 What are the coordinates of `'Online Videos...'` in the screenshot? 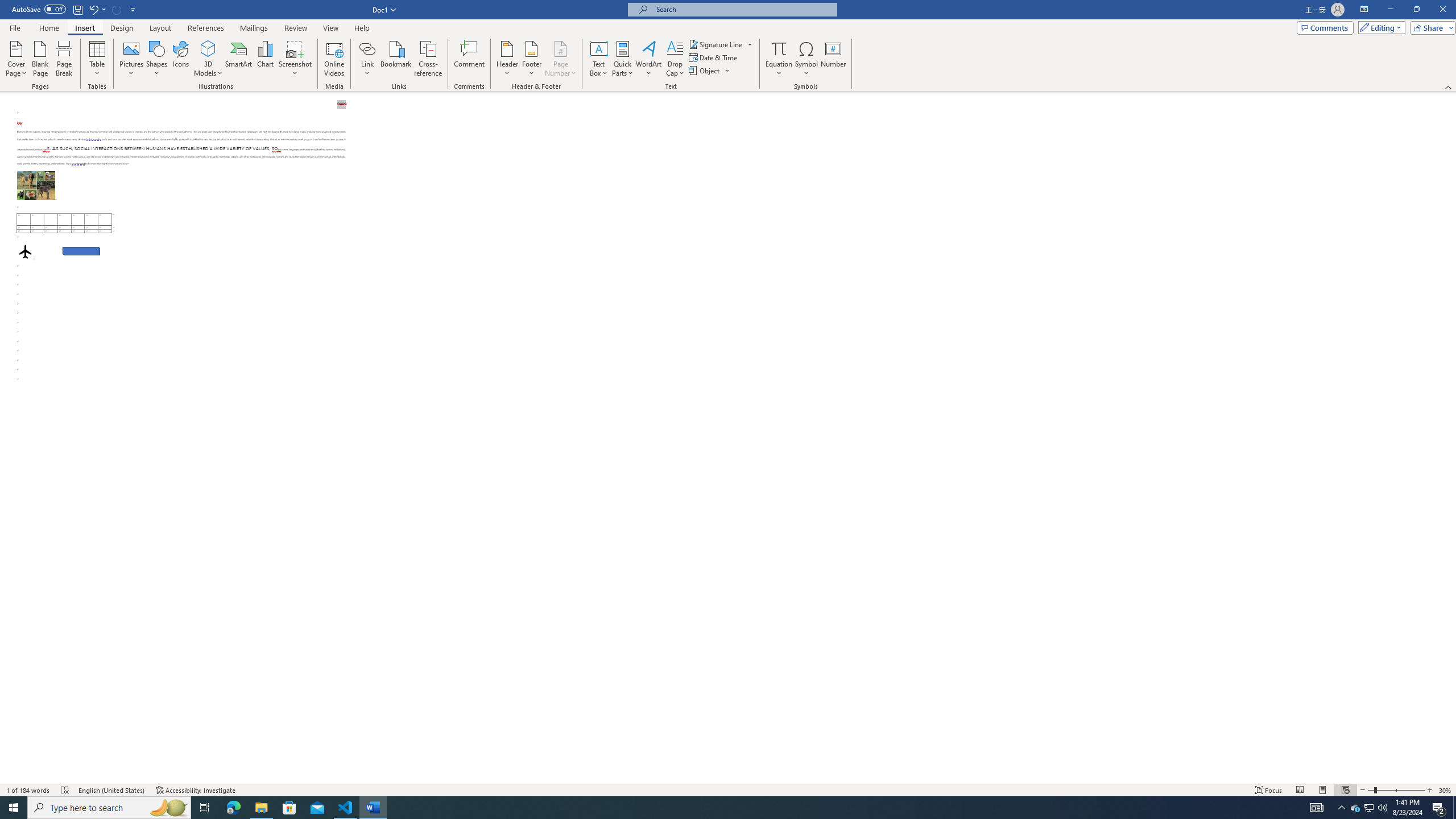 It's located at (334, 59).